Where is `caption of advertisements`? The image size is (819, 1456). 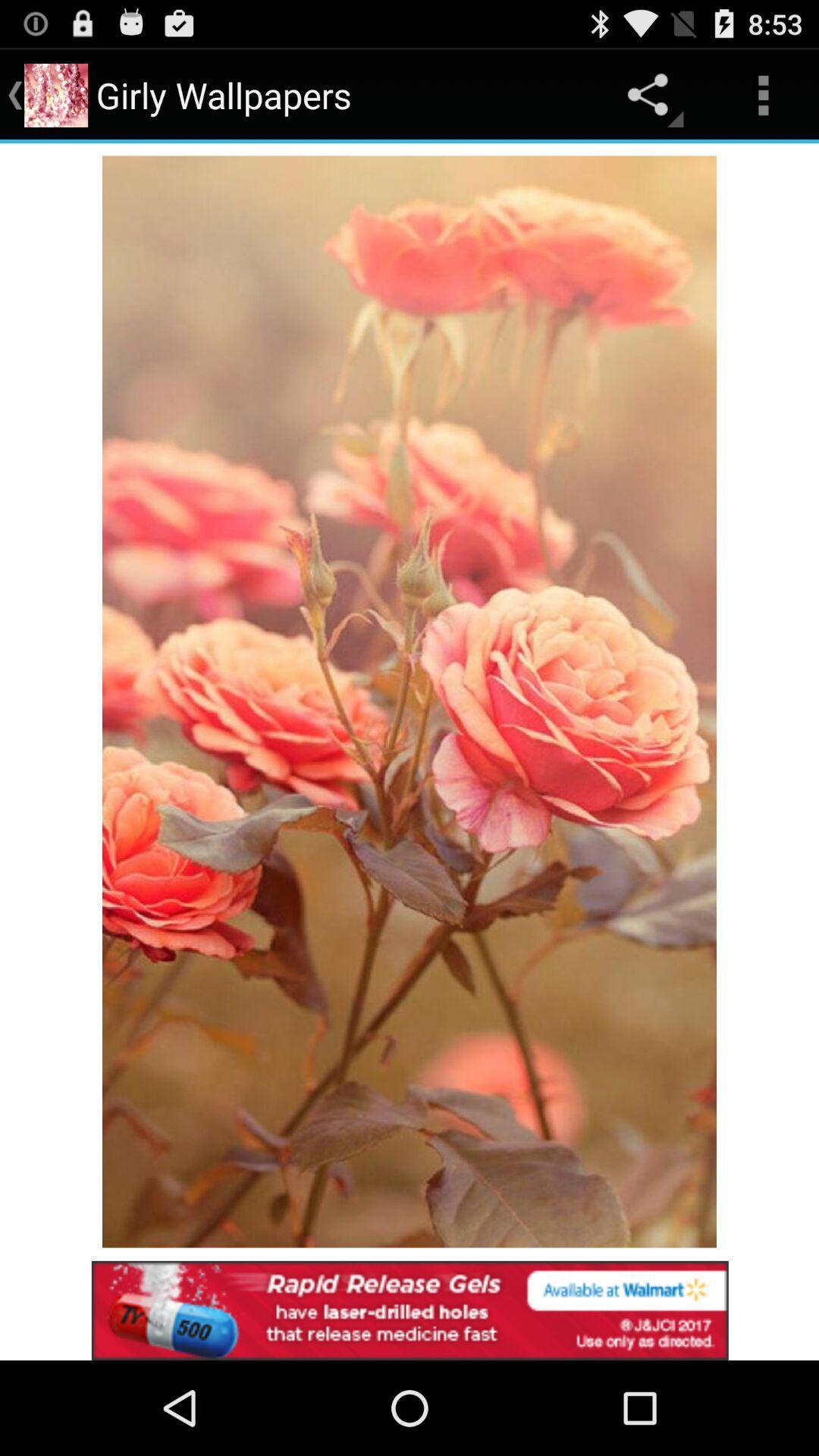 caption of advertisements is located at coordinates (409, 1310).